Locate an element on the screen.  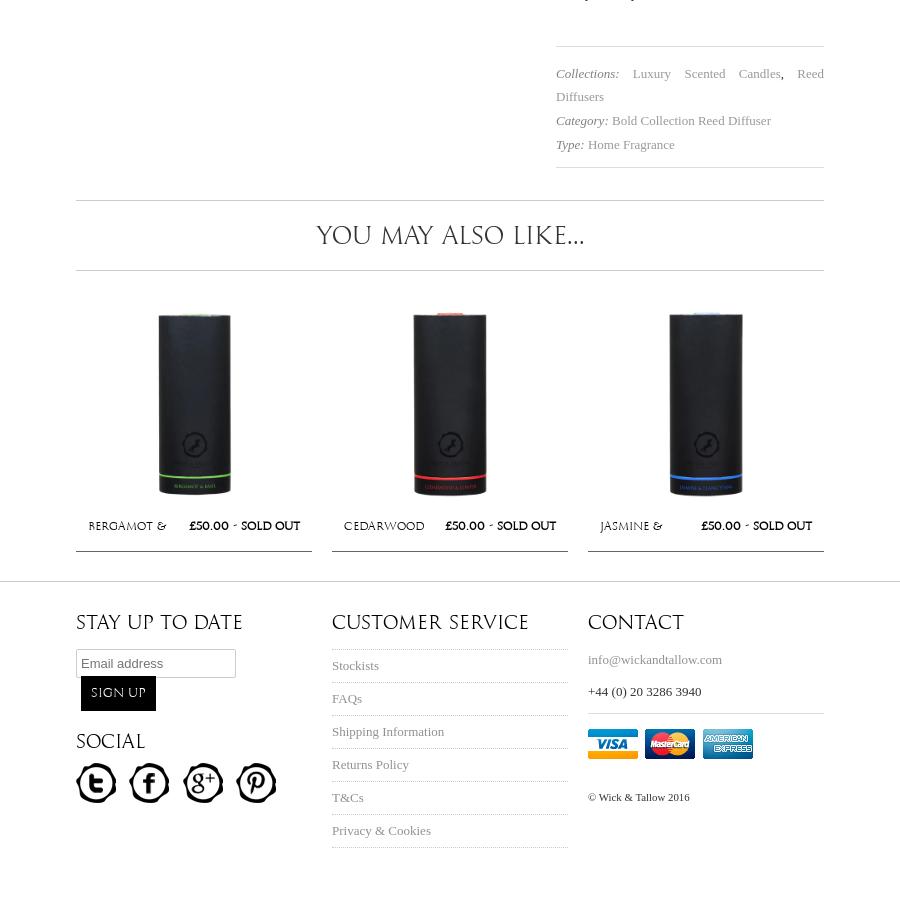
'Collections:' is located at coordinates (555, 71).